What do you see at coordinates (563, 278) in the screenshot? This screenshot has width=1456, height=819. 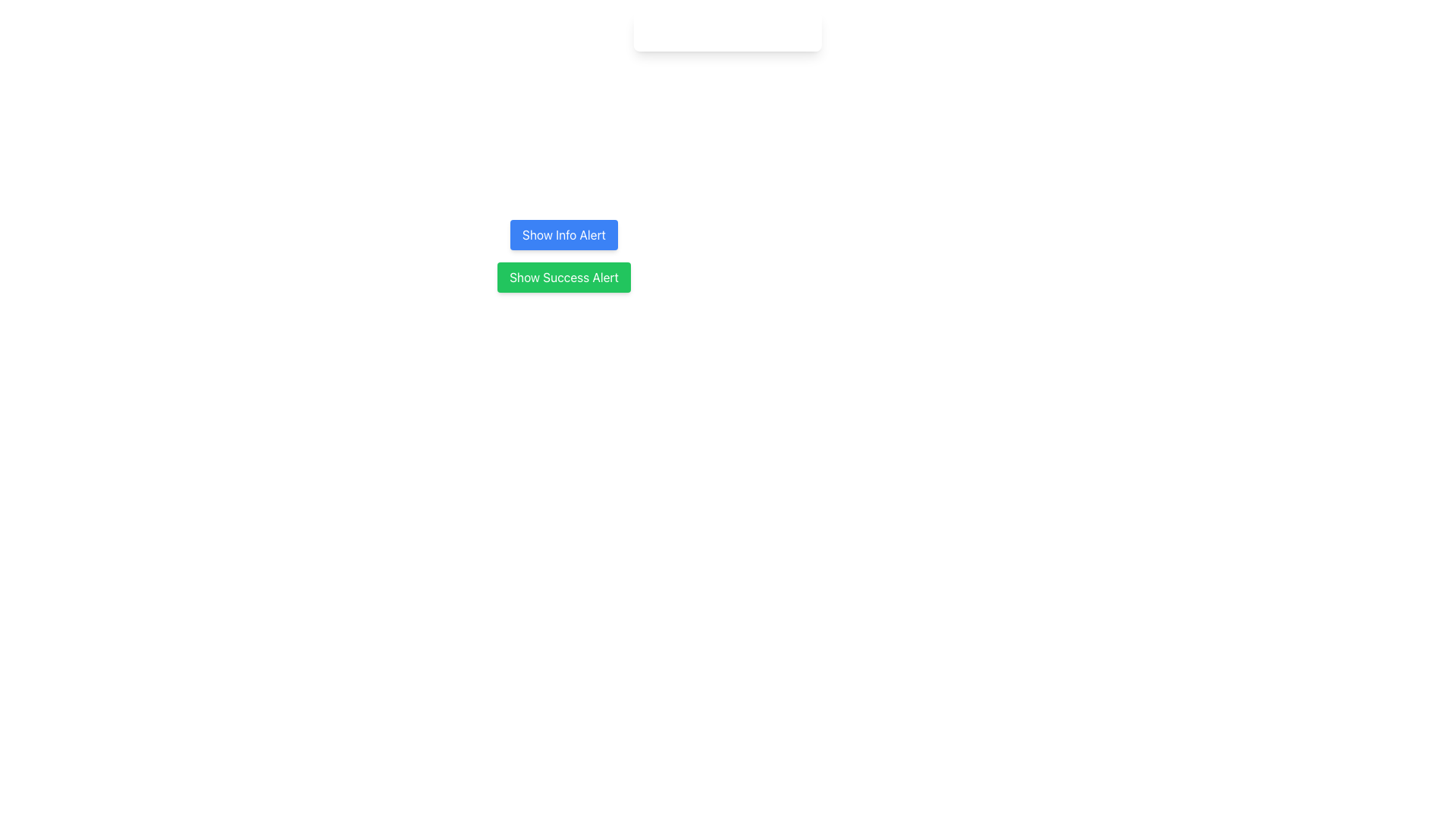 I see `the success alert button located below the 'Show Info Alert' button` at bounding box center [563, 278].